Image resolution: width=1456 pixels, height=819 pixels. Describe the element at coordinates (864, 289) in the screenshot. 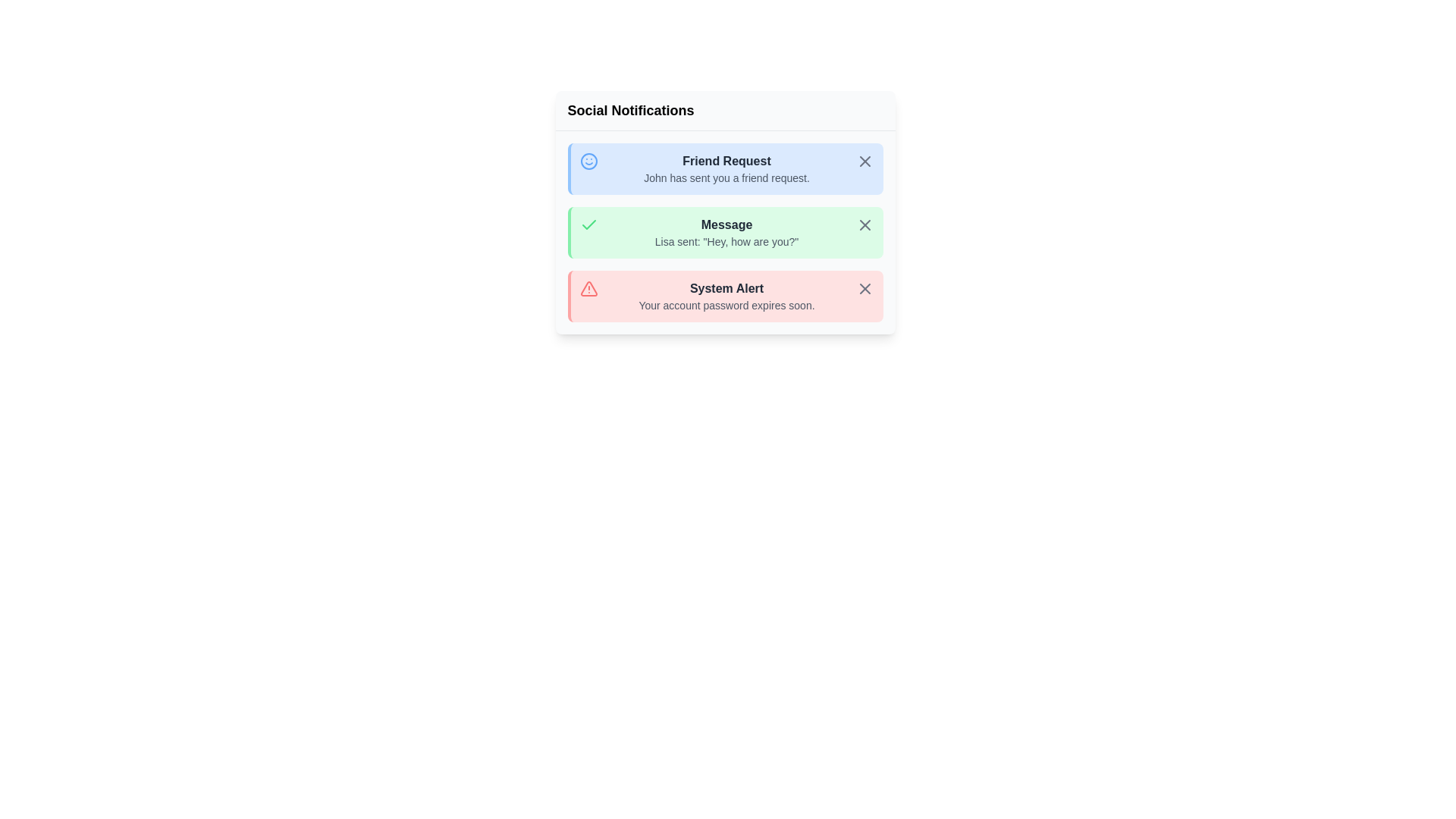

I see `the dismissal button located in the top-right corner of the 'System Alert' notification card` at that location.